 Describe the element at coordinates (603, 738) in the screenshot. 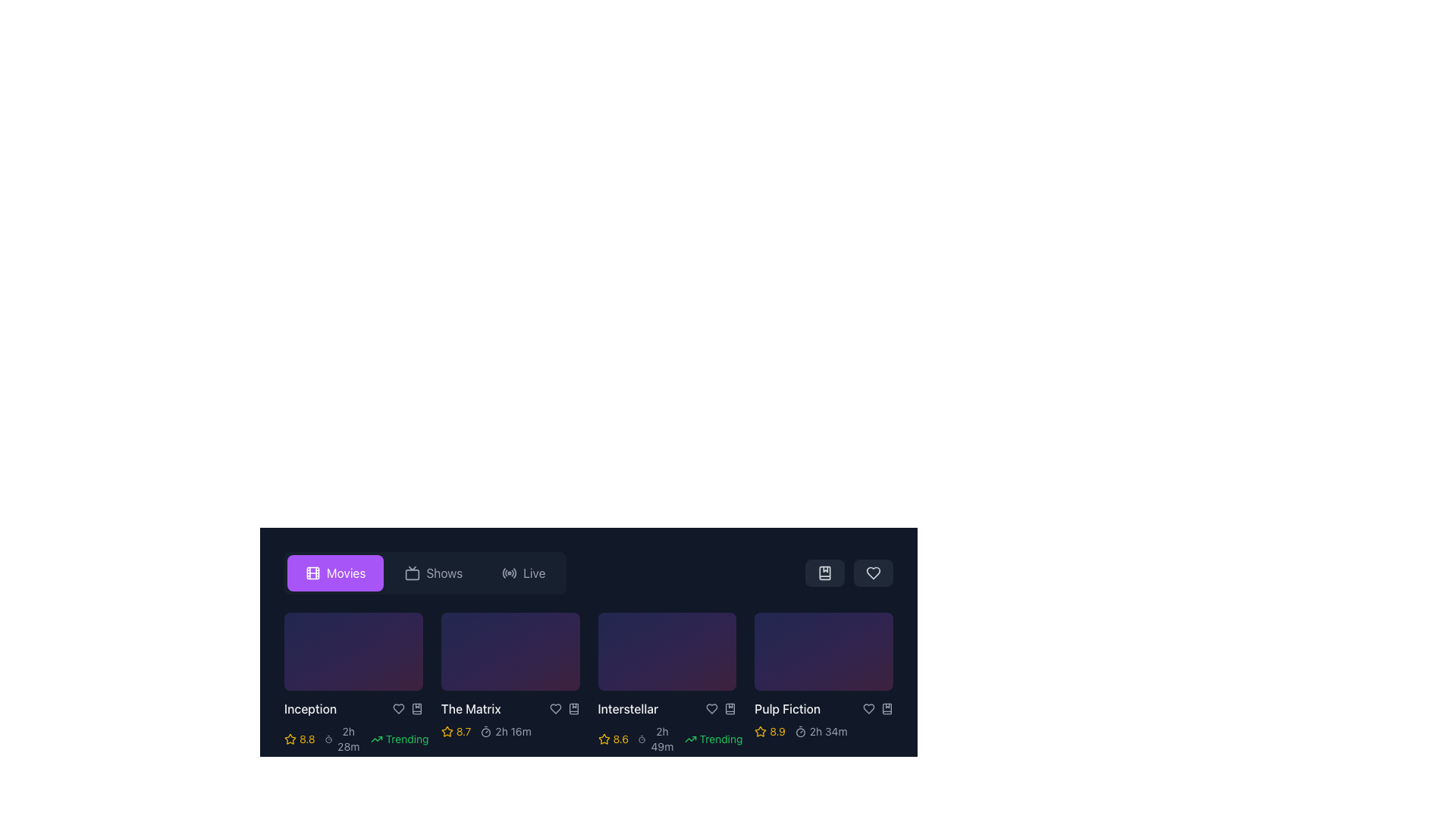

I see `the star-shaped yellow icon` at that location.